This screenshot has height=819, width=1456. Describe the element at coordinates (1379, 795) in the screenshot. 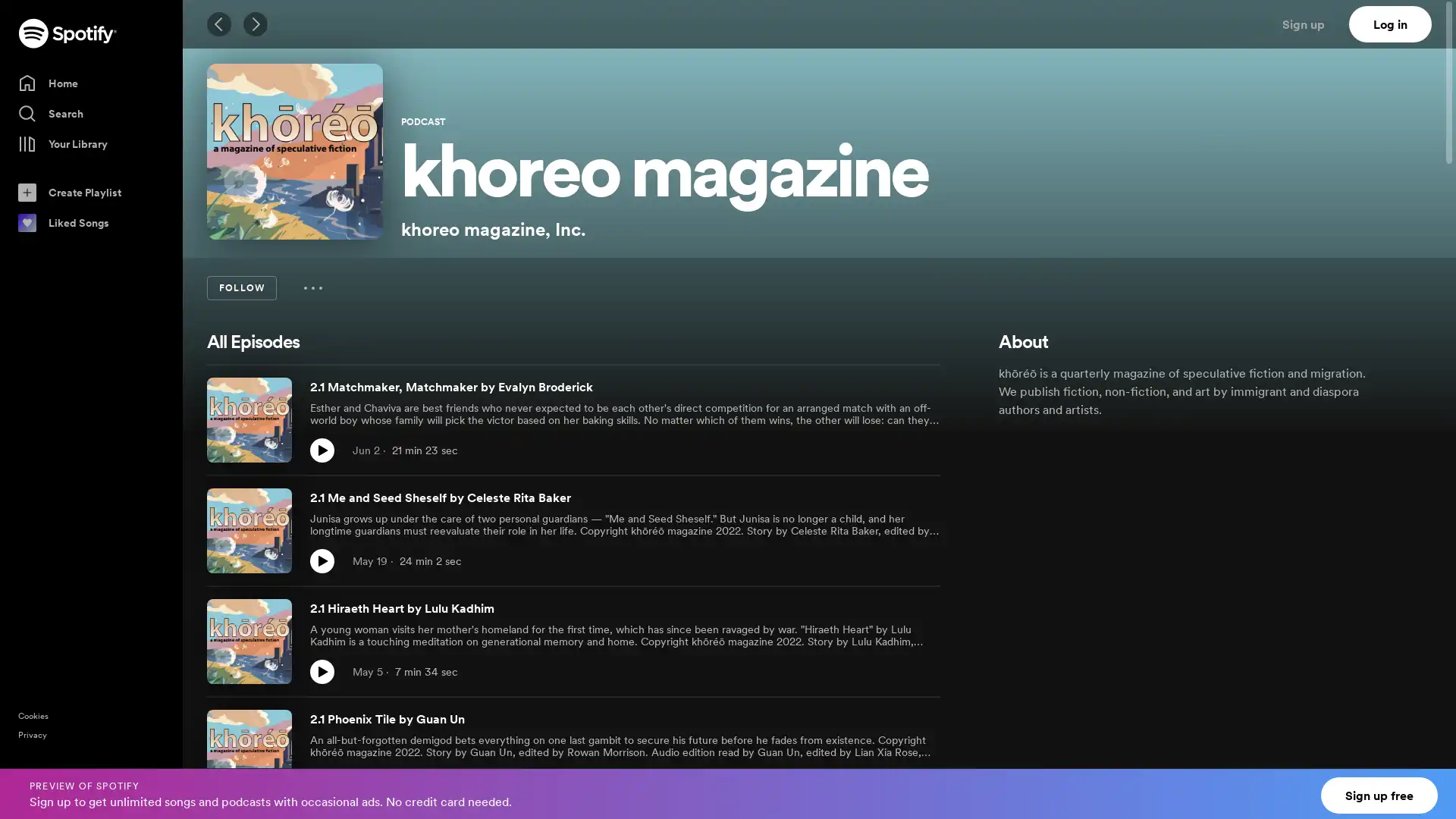

I see `Sign up free` at that location.